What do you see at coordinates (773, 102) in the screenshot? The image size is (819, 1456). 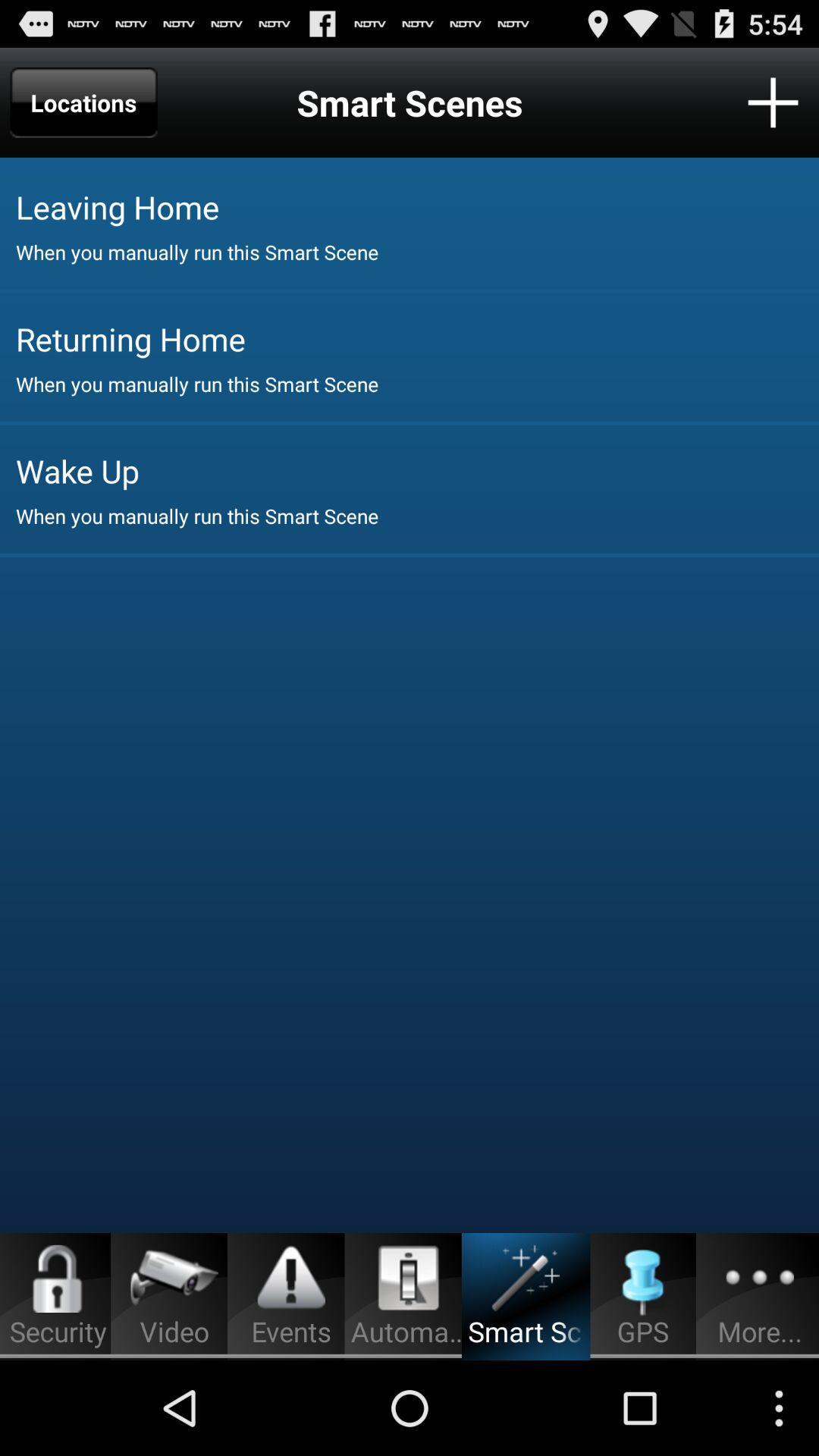 I see `the icon at the top right corner` at bounding box center [773, 102].